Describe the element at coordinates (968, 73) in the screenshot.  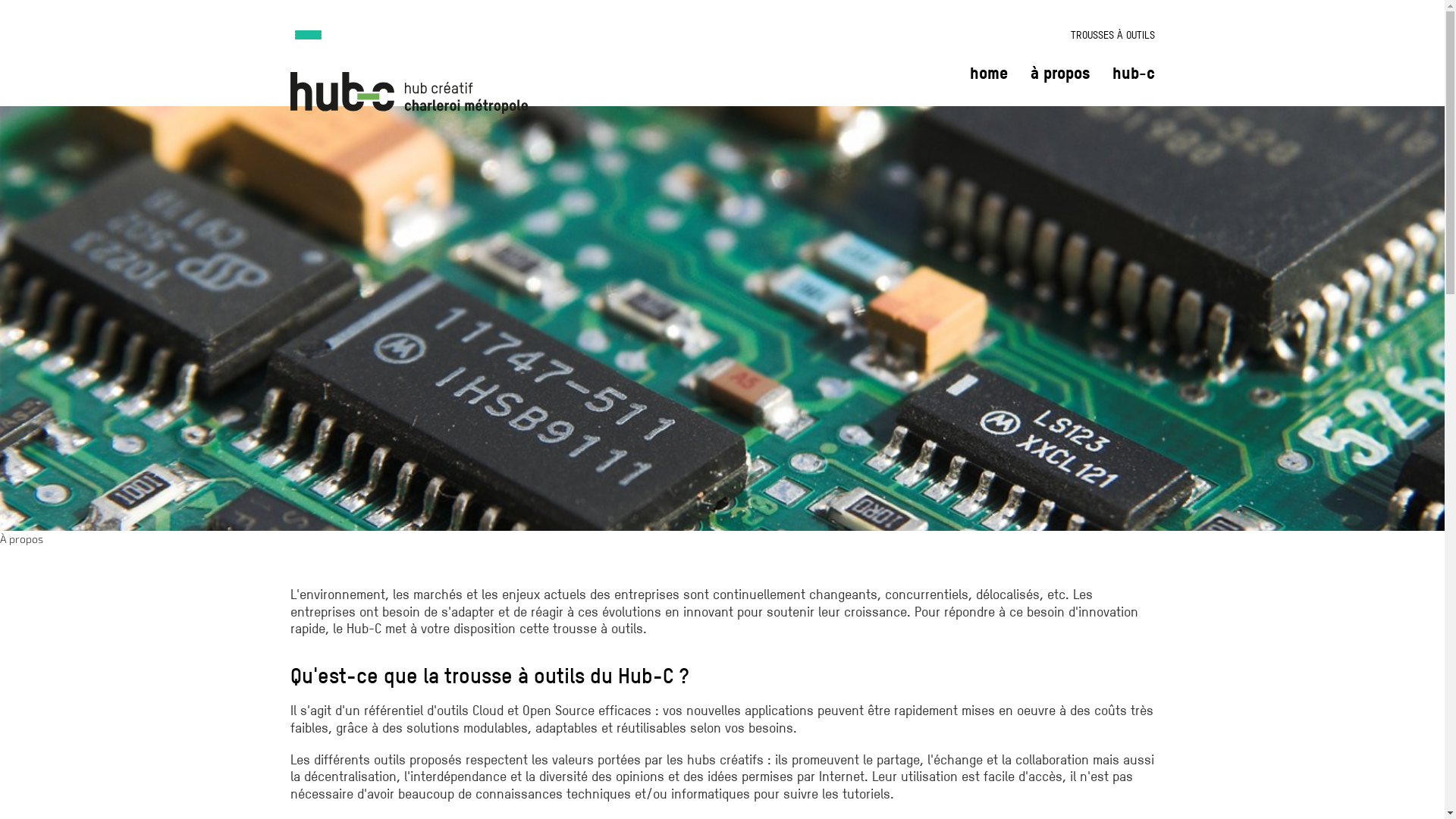
I see `'home'` at that location.